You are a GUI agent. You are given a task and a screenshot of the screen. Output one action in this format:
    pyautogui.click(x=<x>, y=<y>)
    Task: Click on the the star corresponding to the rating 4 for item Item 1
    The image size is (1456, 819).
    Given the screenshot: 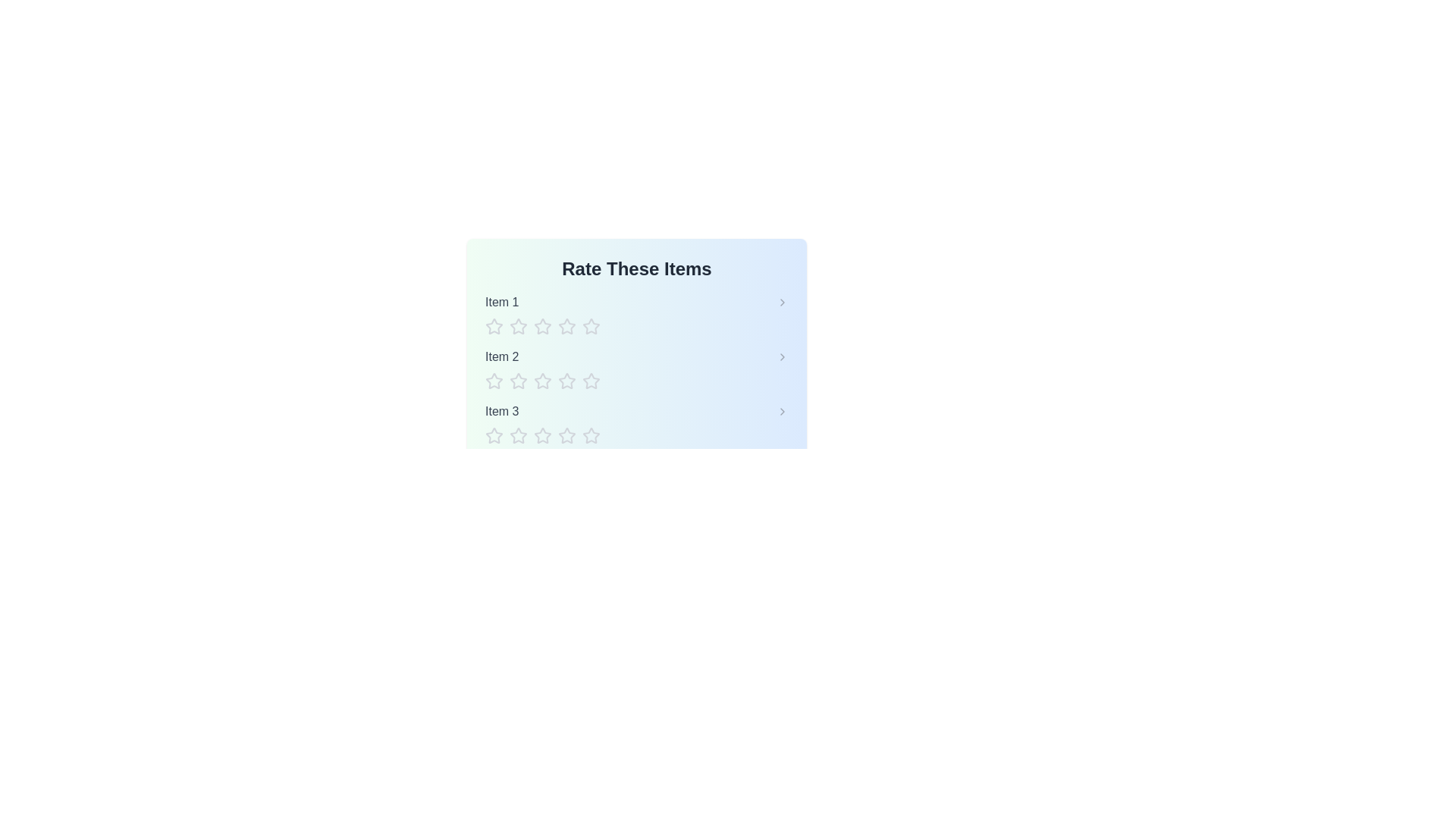 What is the action you would take?
    pyautogui.click(x=566, y=326)
    